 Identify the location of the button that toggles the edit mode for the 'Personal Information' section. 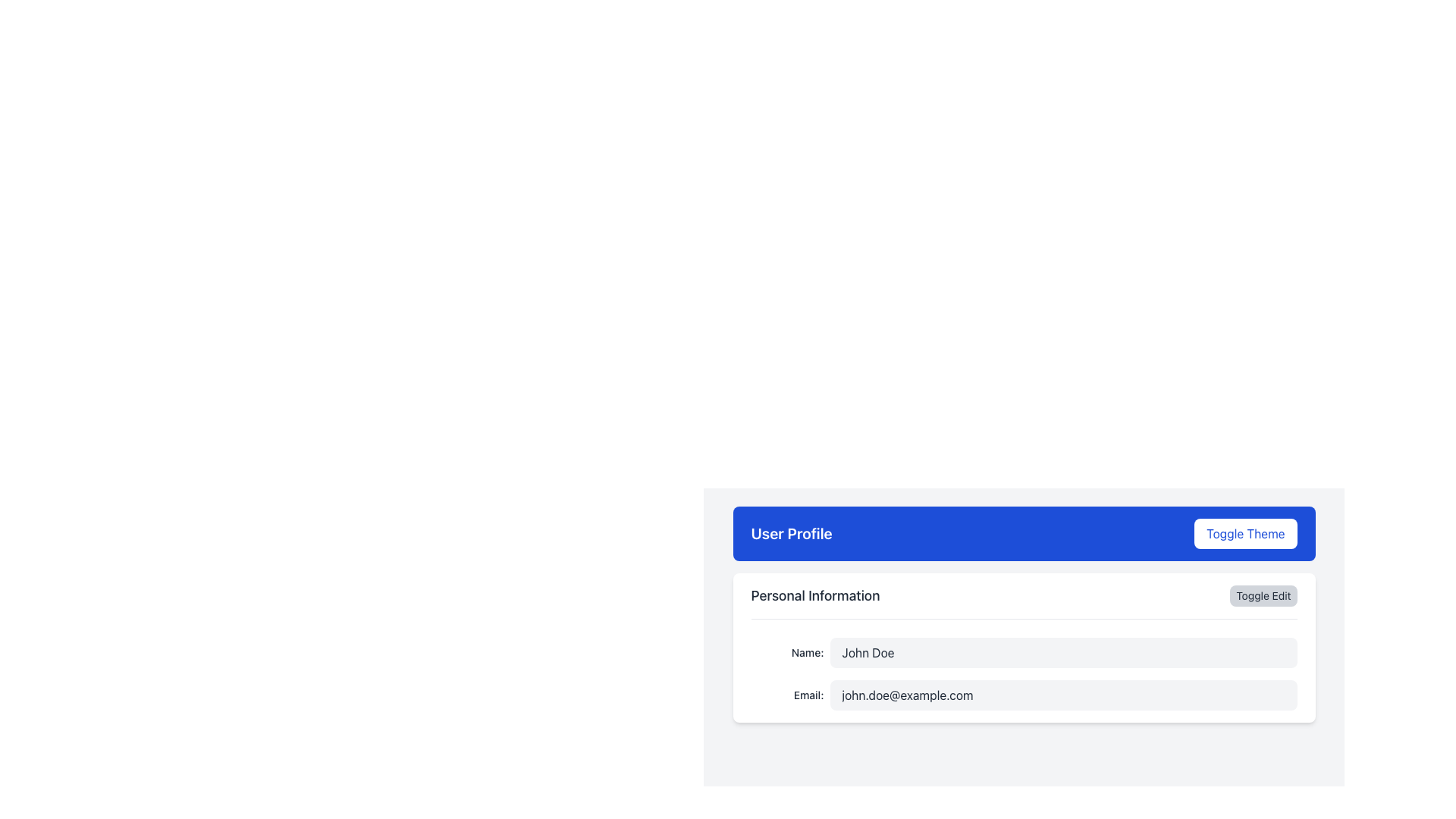
(1263, 595).